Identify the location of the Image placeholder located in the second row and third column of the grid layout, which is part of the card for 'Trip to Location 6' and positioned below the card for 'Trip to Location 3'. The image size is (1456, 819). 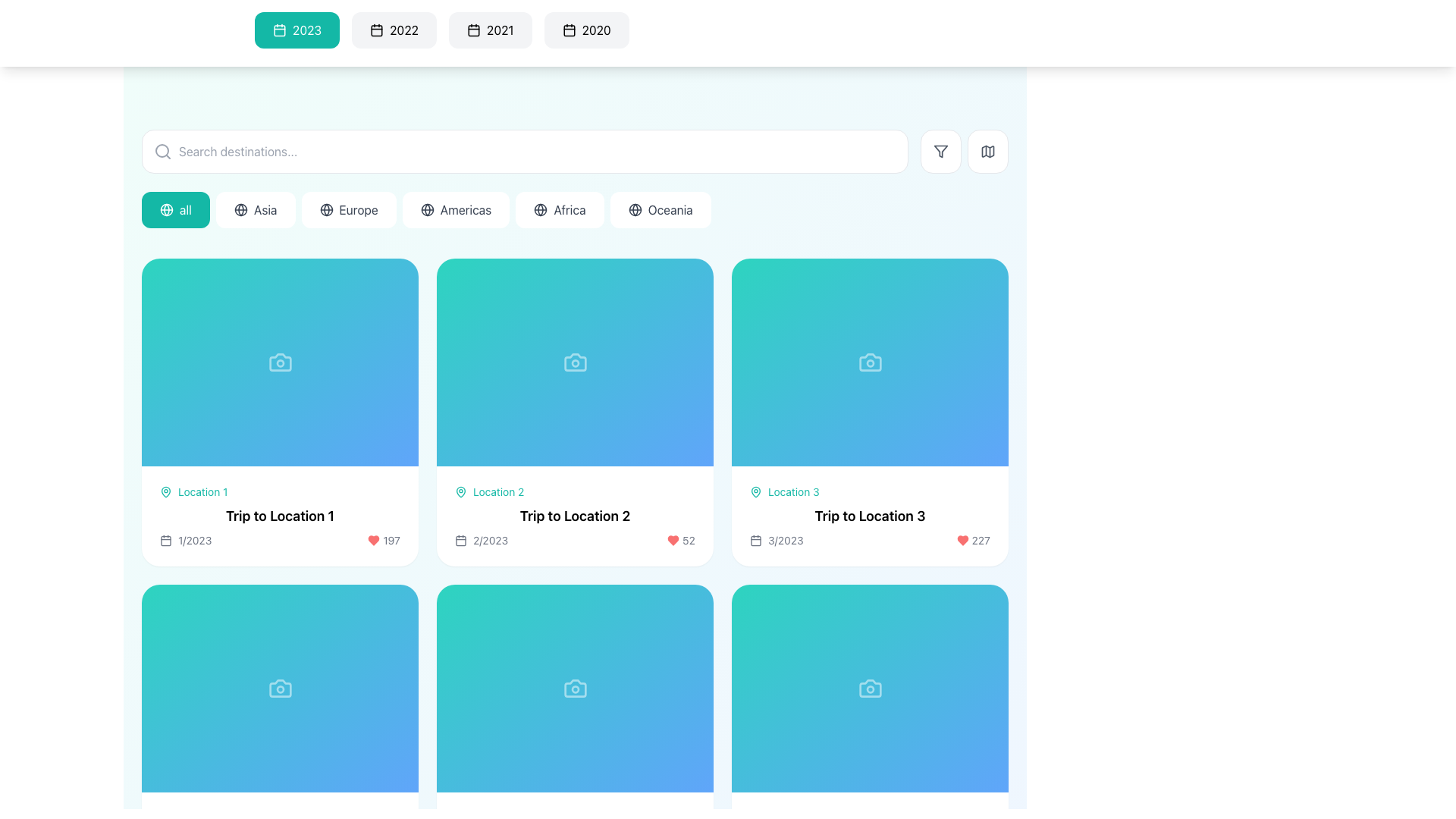
(870, 688).